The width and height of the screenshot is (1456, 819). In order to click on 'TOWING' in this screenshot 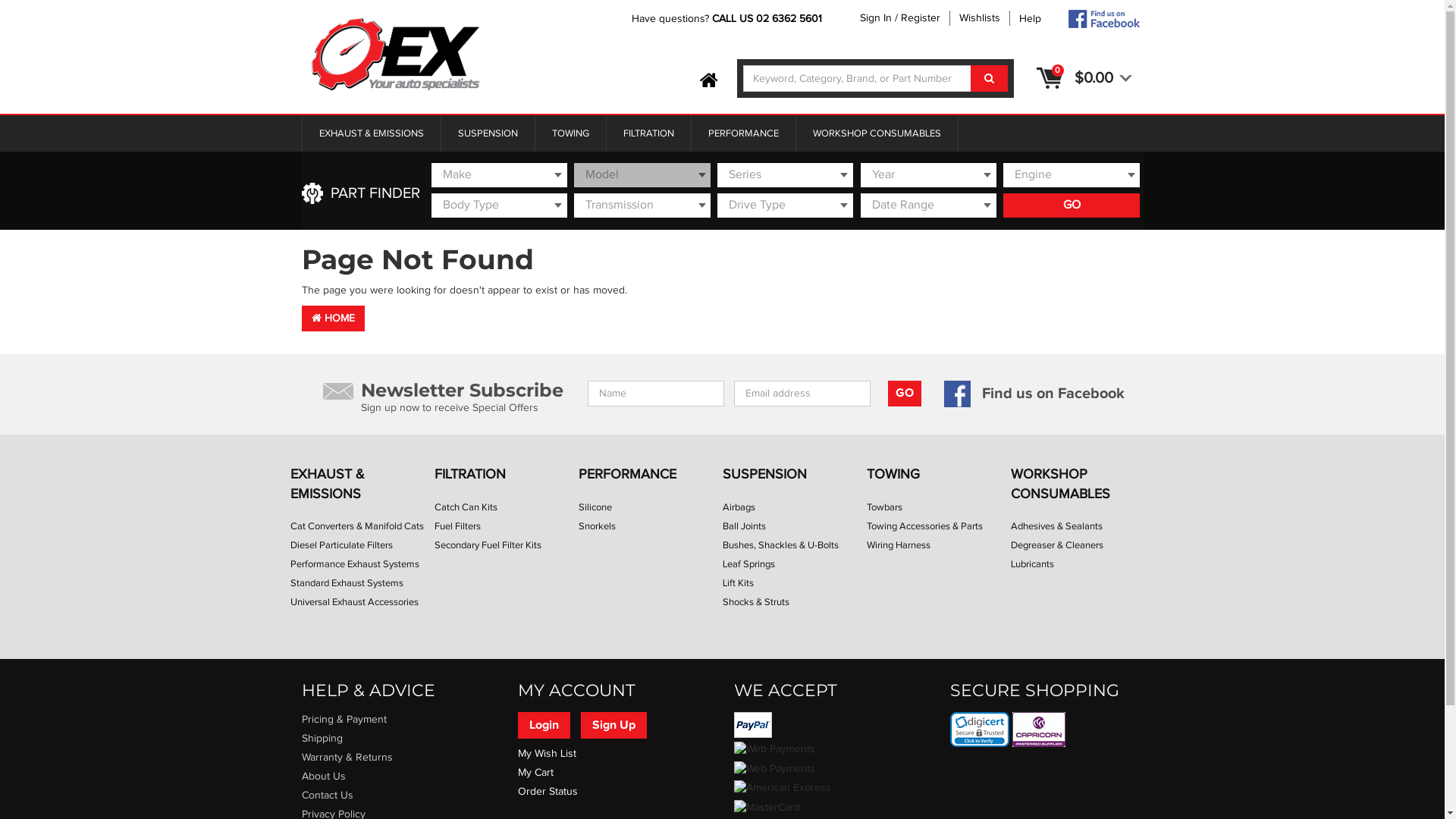, I will do `click(569, 133)`.